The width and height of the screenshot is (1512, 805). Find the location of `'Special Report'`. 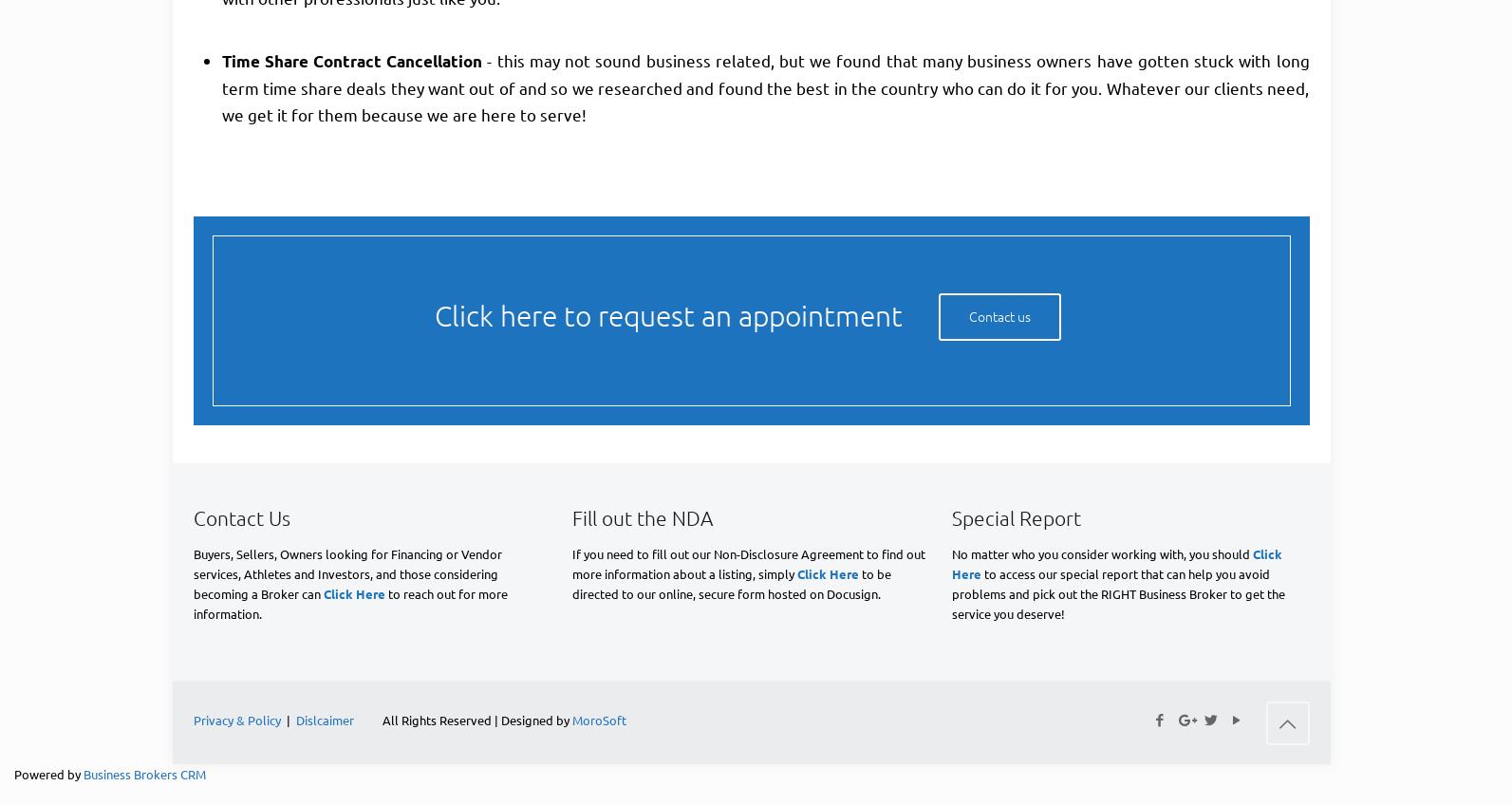

'Special Report' is located at coordinates (1016, 515).